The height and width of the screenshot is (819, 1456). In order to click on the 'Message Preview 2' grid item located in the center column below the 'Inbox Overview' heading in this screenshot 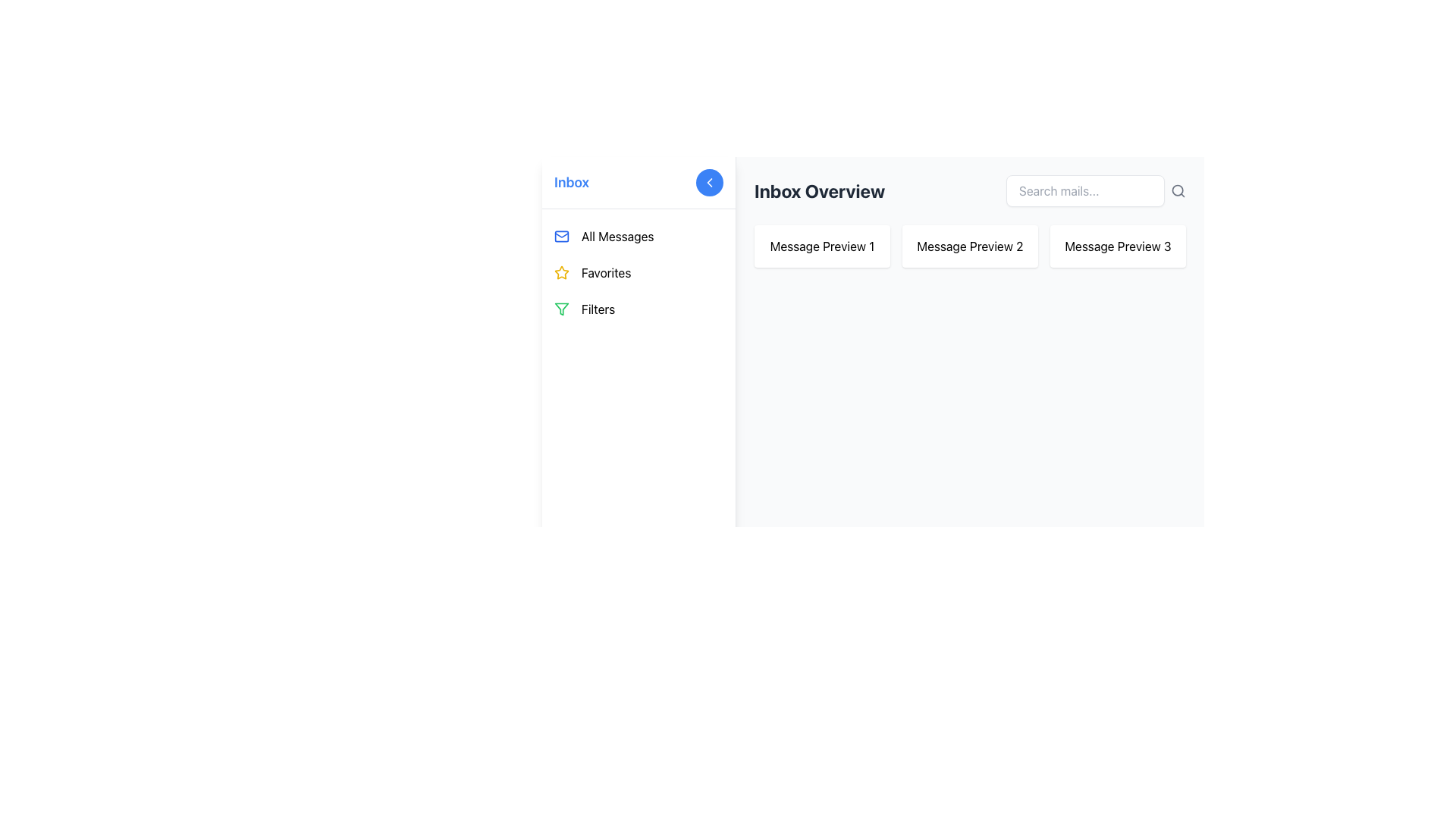, I will do `click(969, 245)`.